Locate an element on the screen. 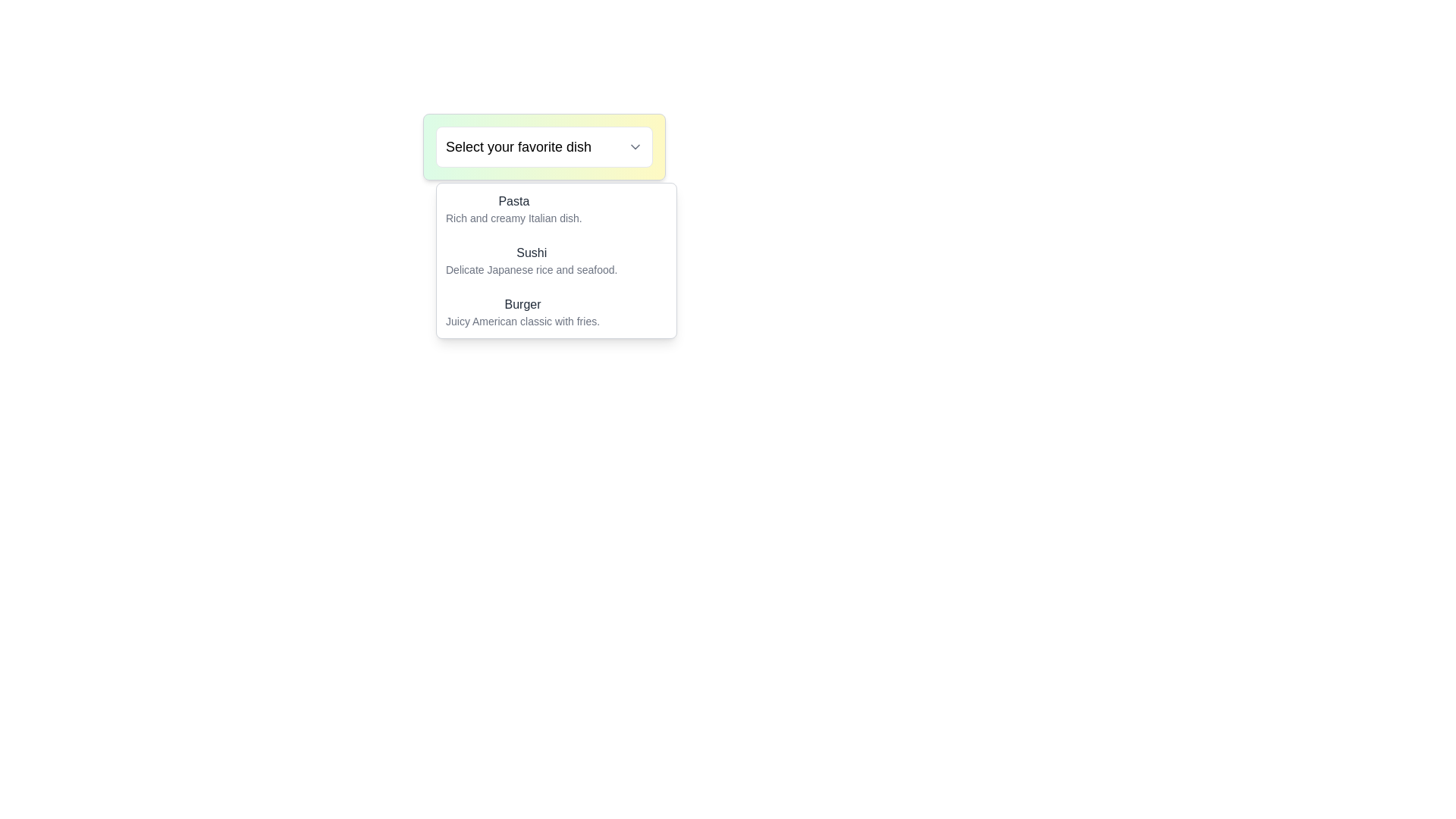 Image resolution: width=1456 pixels, height=819 pixels. the text element reading 'Delicate Japanese rice and seafood.' which is positioned directly beneath the text 'Sushi' in the dropdown selection box is located at coordinates (532, 268).